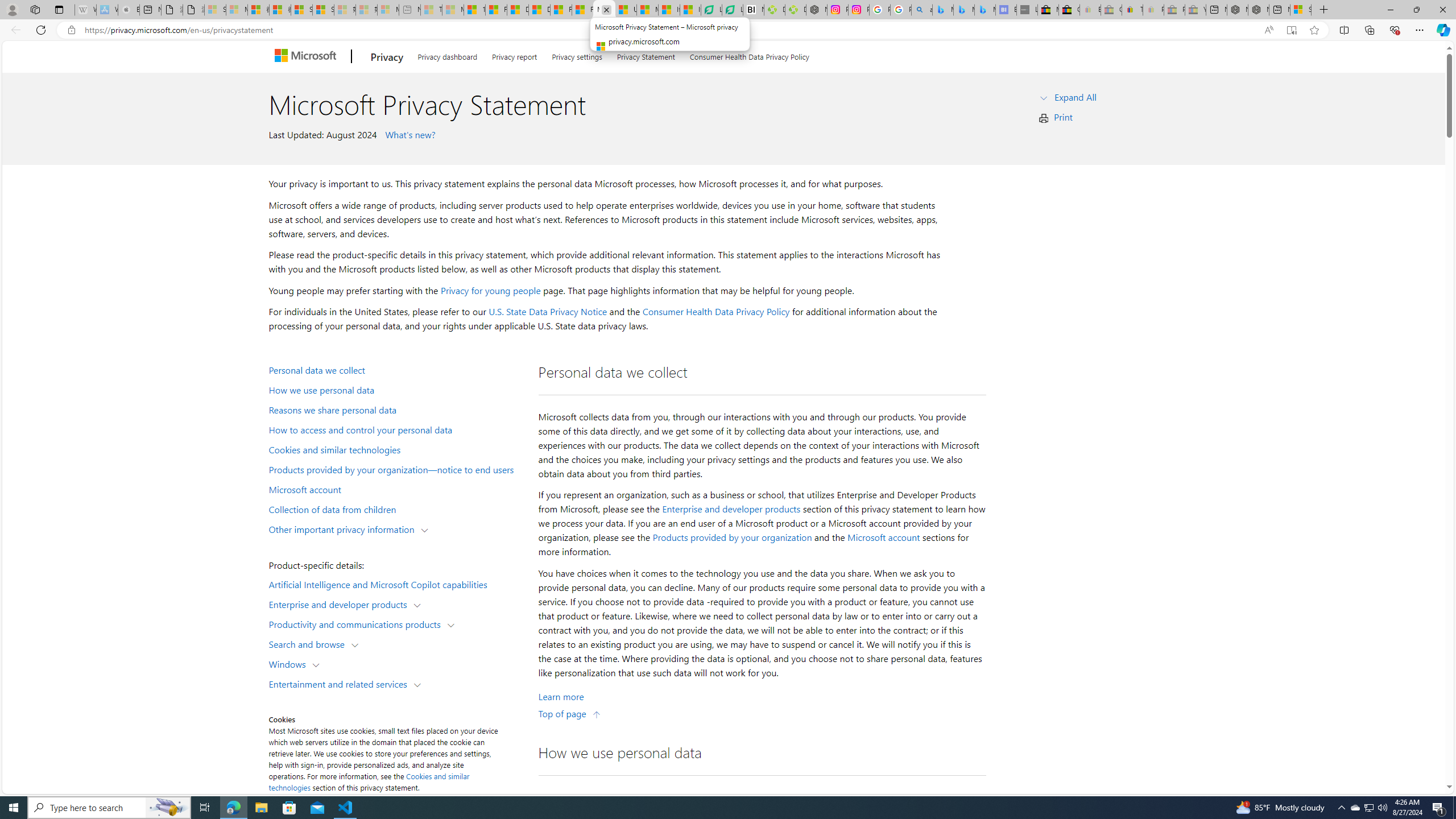 This screenshot has width=1456, height=819. Describe the element at coordinates (731, 508) in the screenshot. I see `'Enterprise and developer products'` at that location.